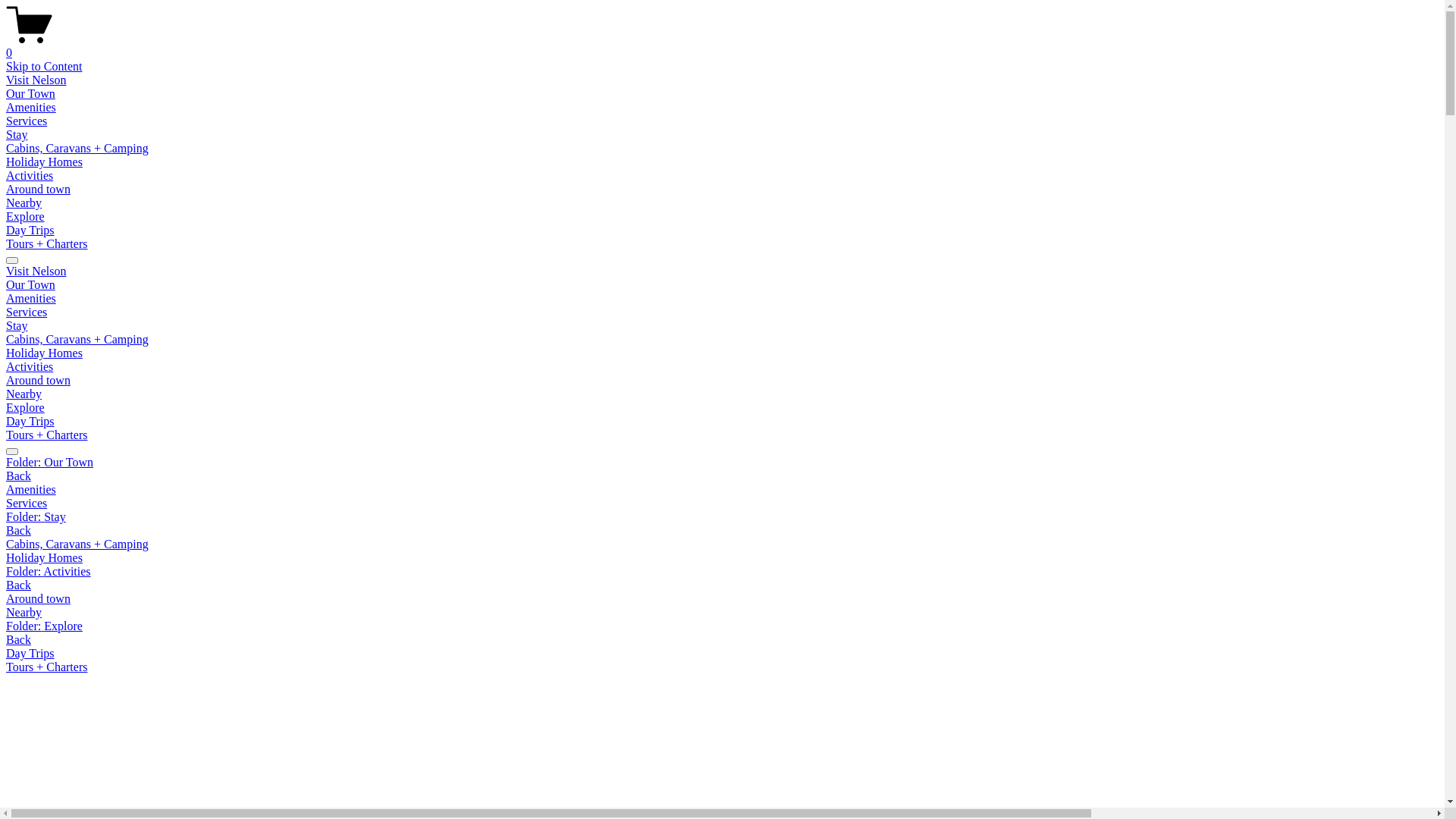 This screenshot has width=1456, height=819. What do you see at coordinates (44, 353) in the screenshot?
I see `'Holiday Homes'` at bounding box center [44, 353].